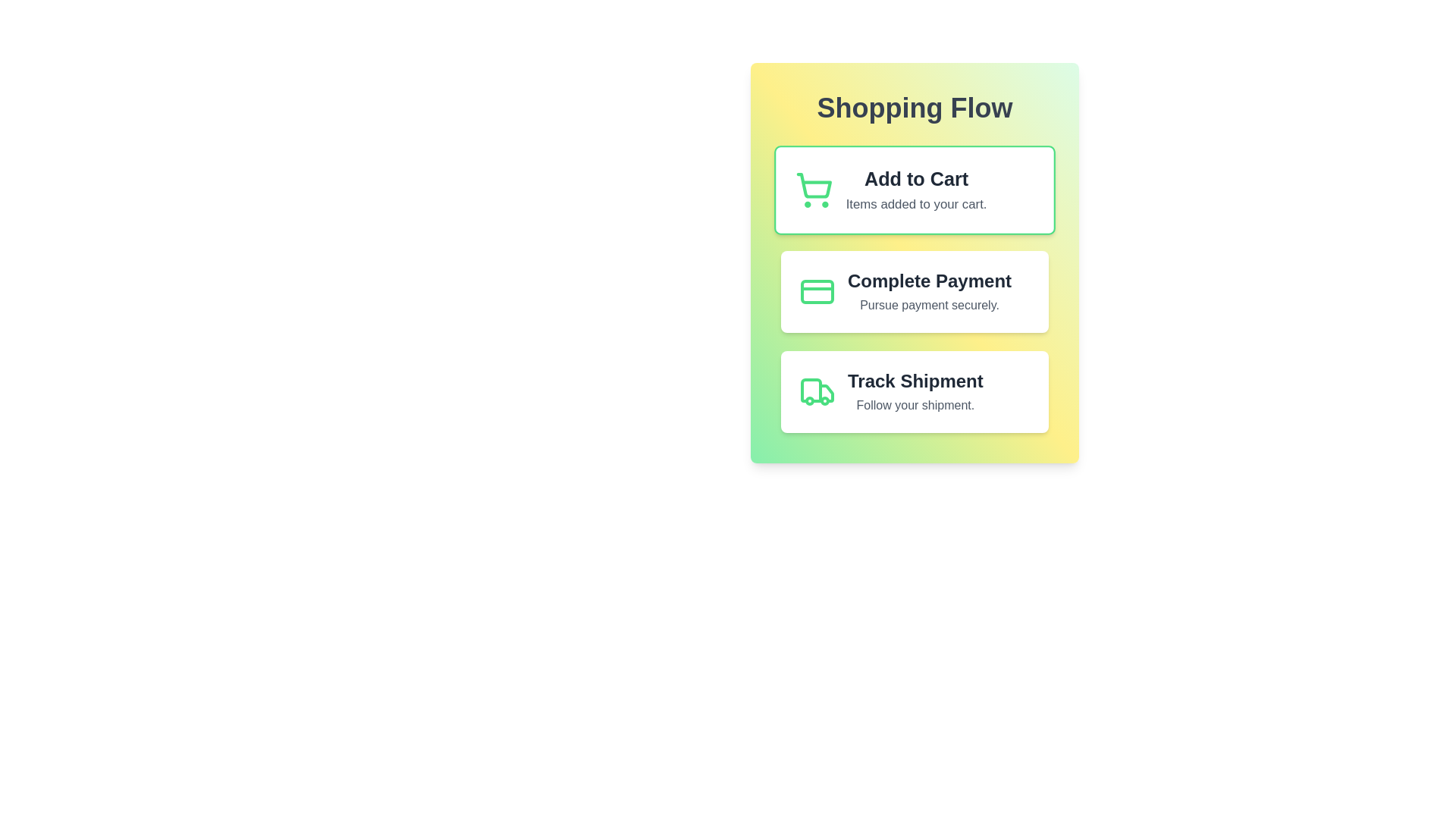 The height and width of the screenshot is (819, 1456). Describe the element at coordinates (817, 391) in the screenshot. I see `the icon of the step Track Shipment` at that location.